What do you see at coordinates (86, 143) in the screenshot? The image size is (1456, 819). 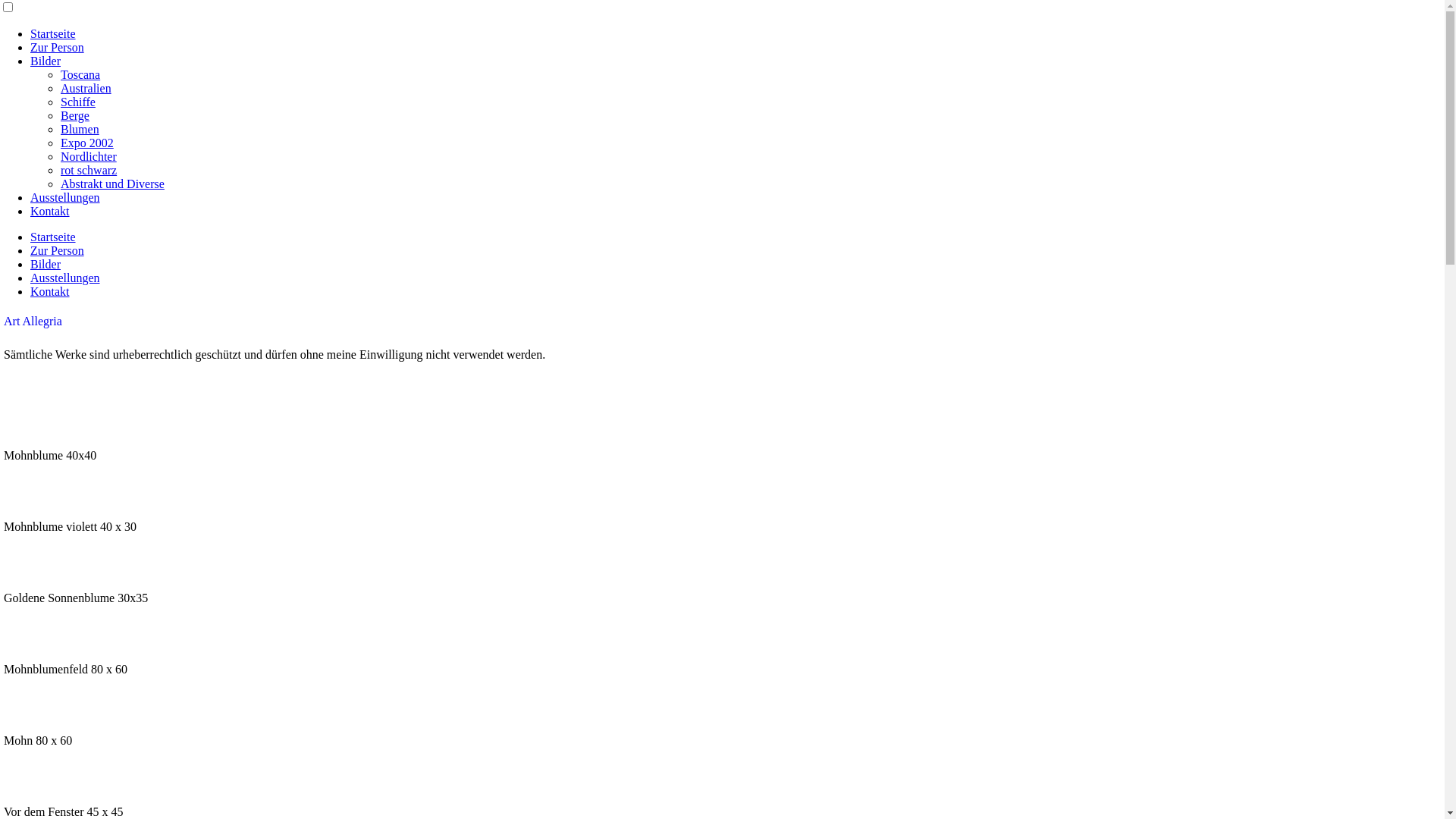 I see `'Expo 2002'` at bounding box center [86, 143].